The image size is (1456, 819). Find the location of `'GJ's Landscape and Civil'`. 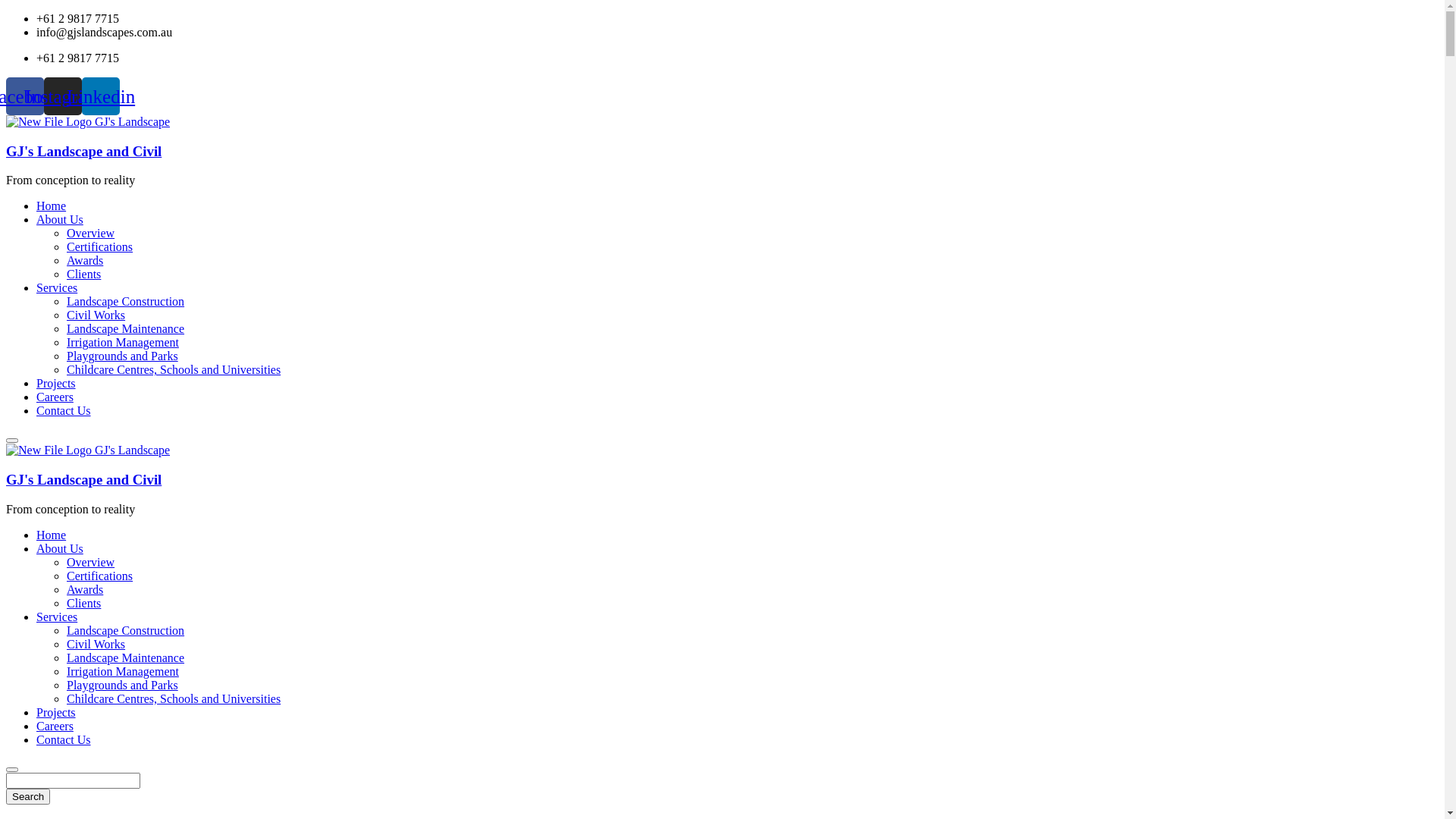

'GJ's Landscape and Civil' is located at coordinates (86, 449).